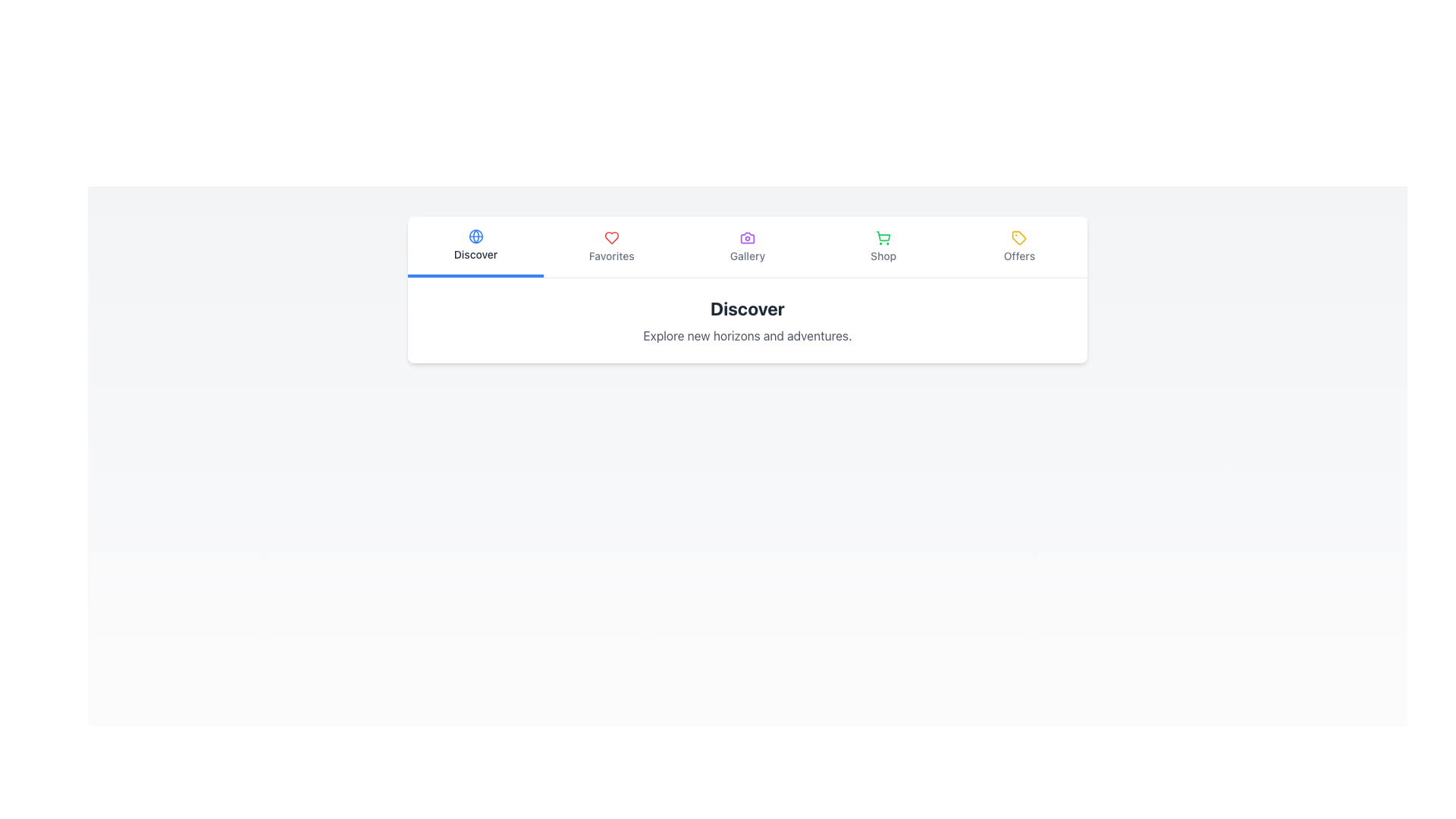 The width and height of the screenshot is (1456, 819). I want to click on the 'Shop' static text label located in the navigation bar, positioned beneath the shopping cart icon, so click(883, 256).